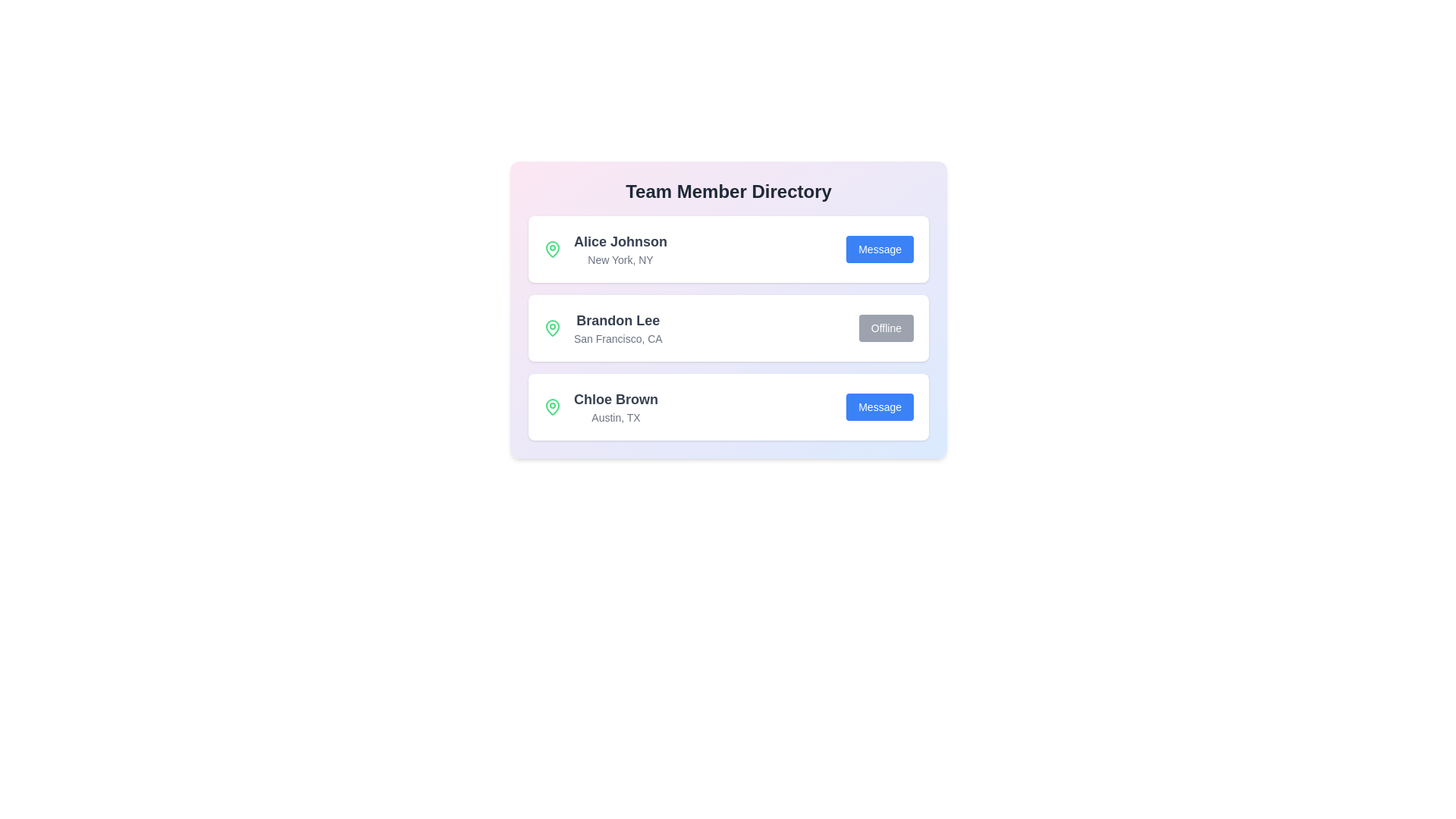  Describe the element at coordinates (552, 327) in the screenshot. I see `the map pin icon for Brandon Lee` at that location.